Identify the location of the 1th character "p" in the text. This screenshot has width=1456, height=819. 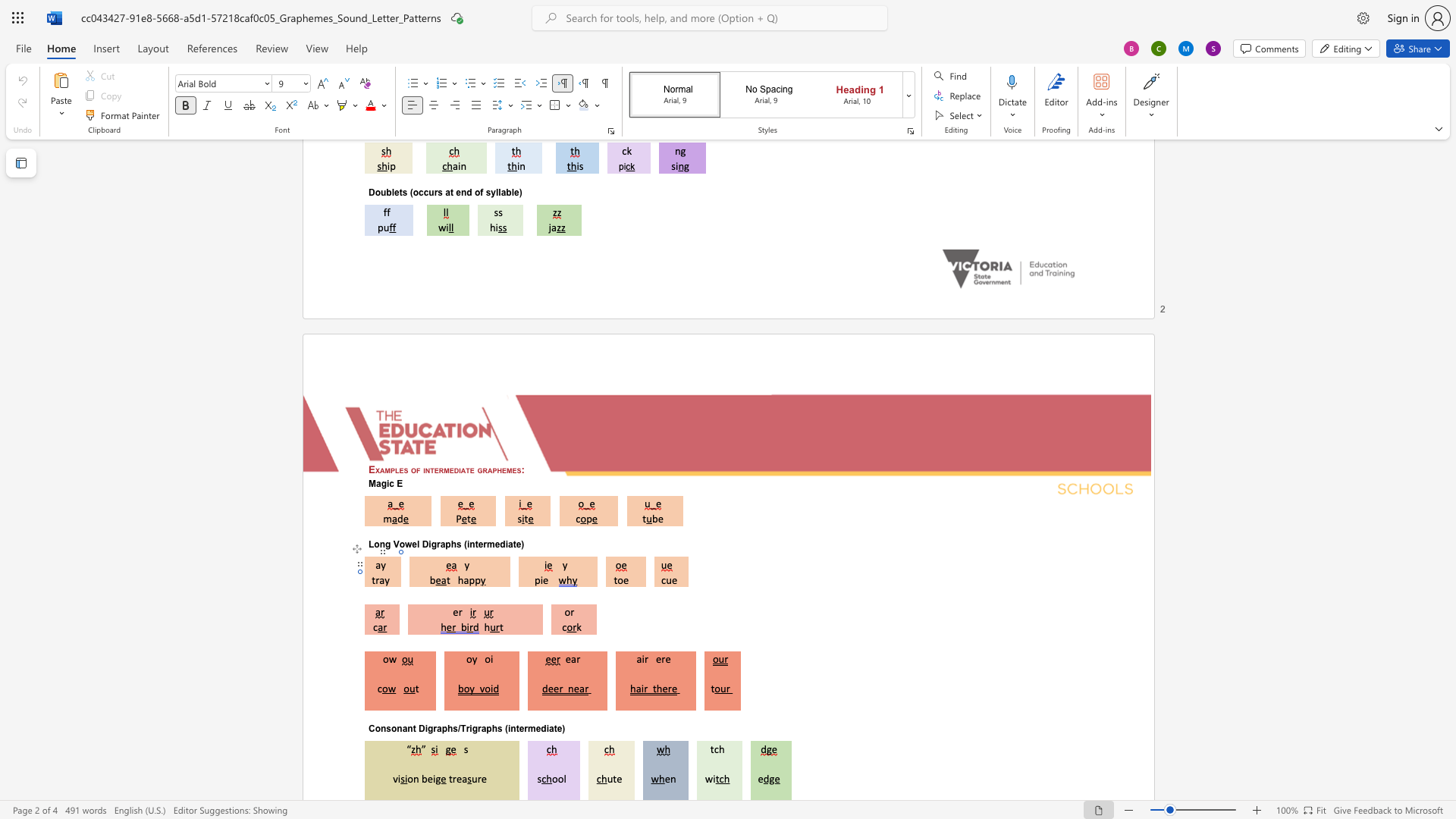
(392, 469).